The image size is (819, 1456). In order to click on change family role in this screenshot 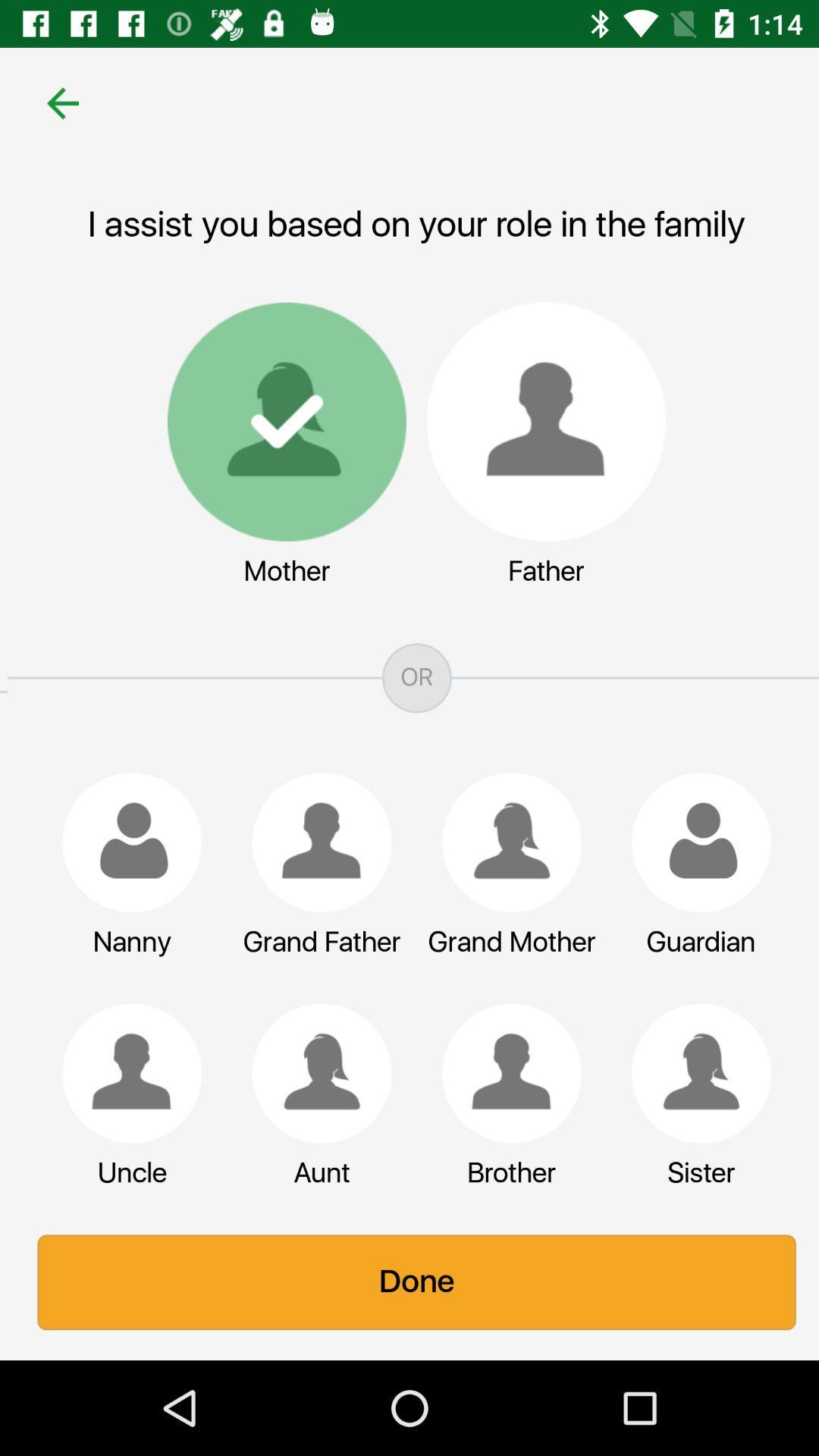, I will do `click(314, 1072)`.